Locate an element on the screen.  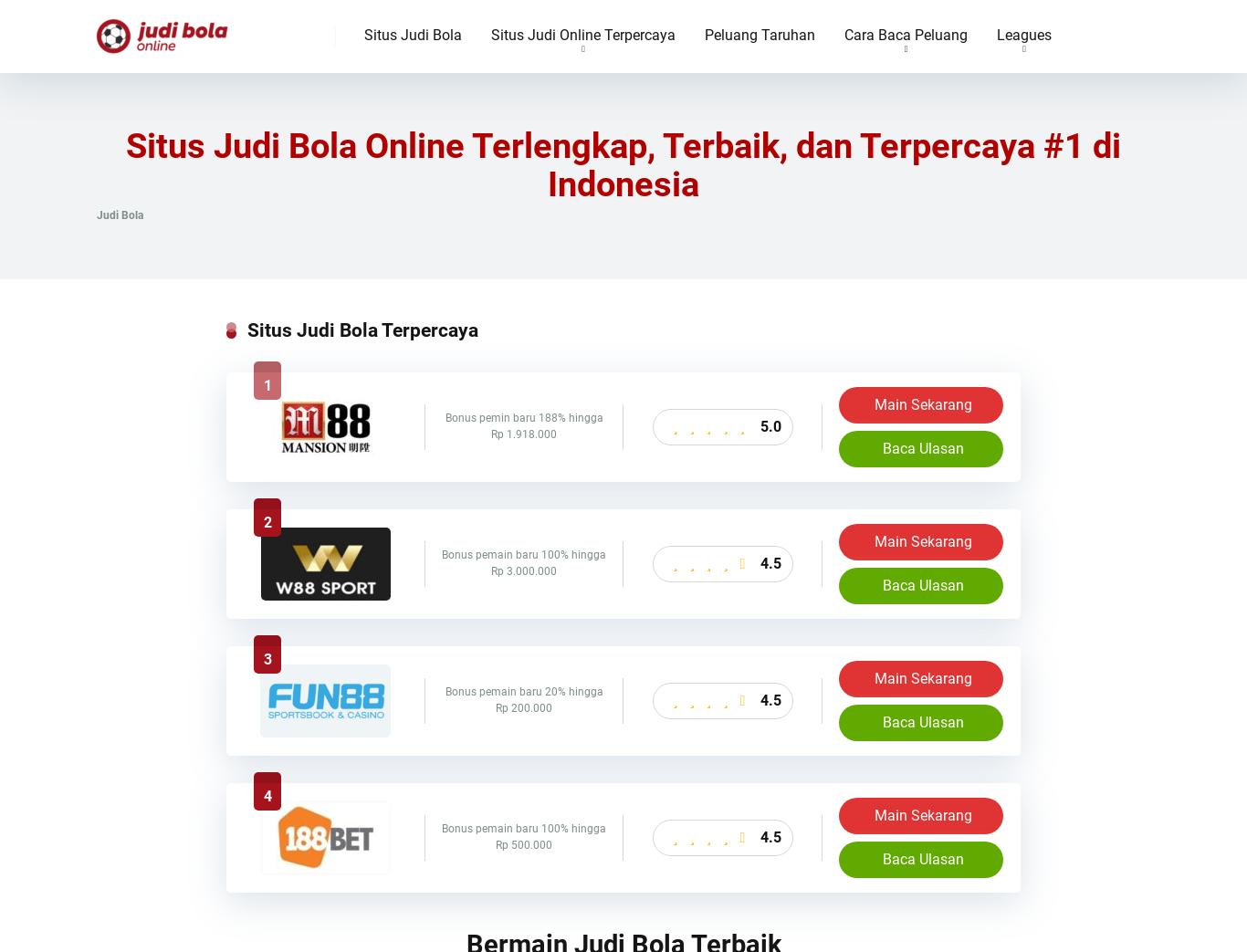
'Situs Judi Bola Terpercaya' is located at coordinates (362, 328).